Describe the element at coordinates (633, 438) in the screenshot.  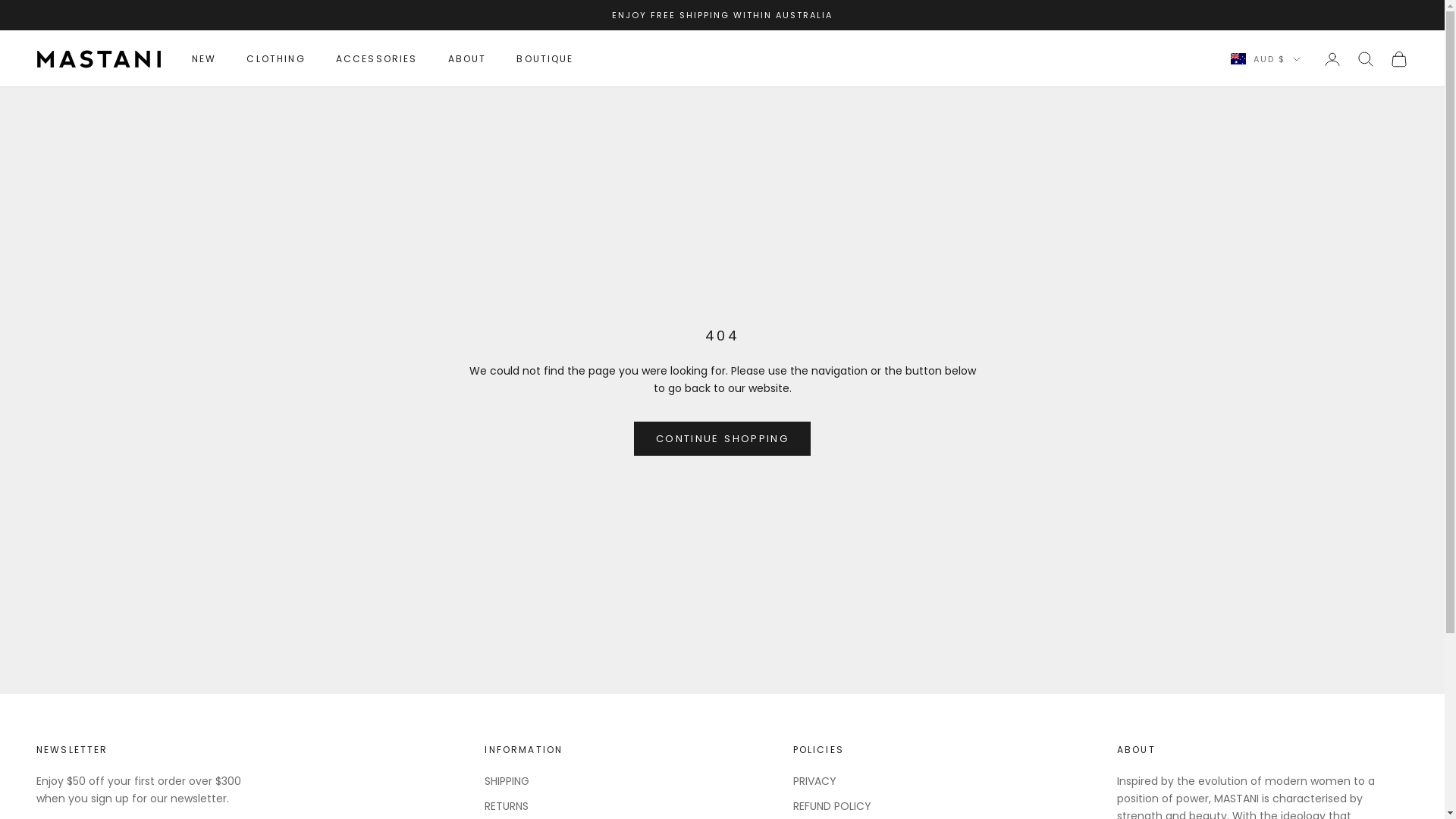
I see `'CONTINUE SHOPPING'` at that location.